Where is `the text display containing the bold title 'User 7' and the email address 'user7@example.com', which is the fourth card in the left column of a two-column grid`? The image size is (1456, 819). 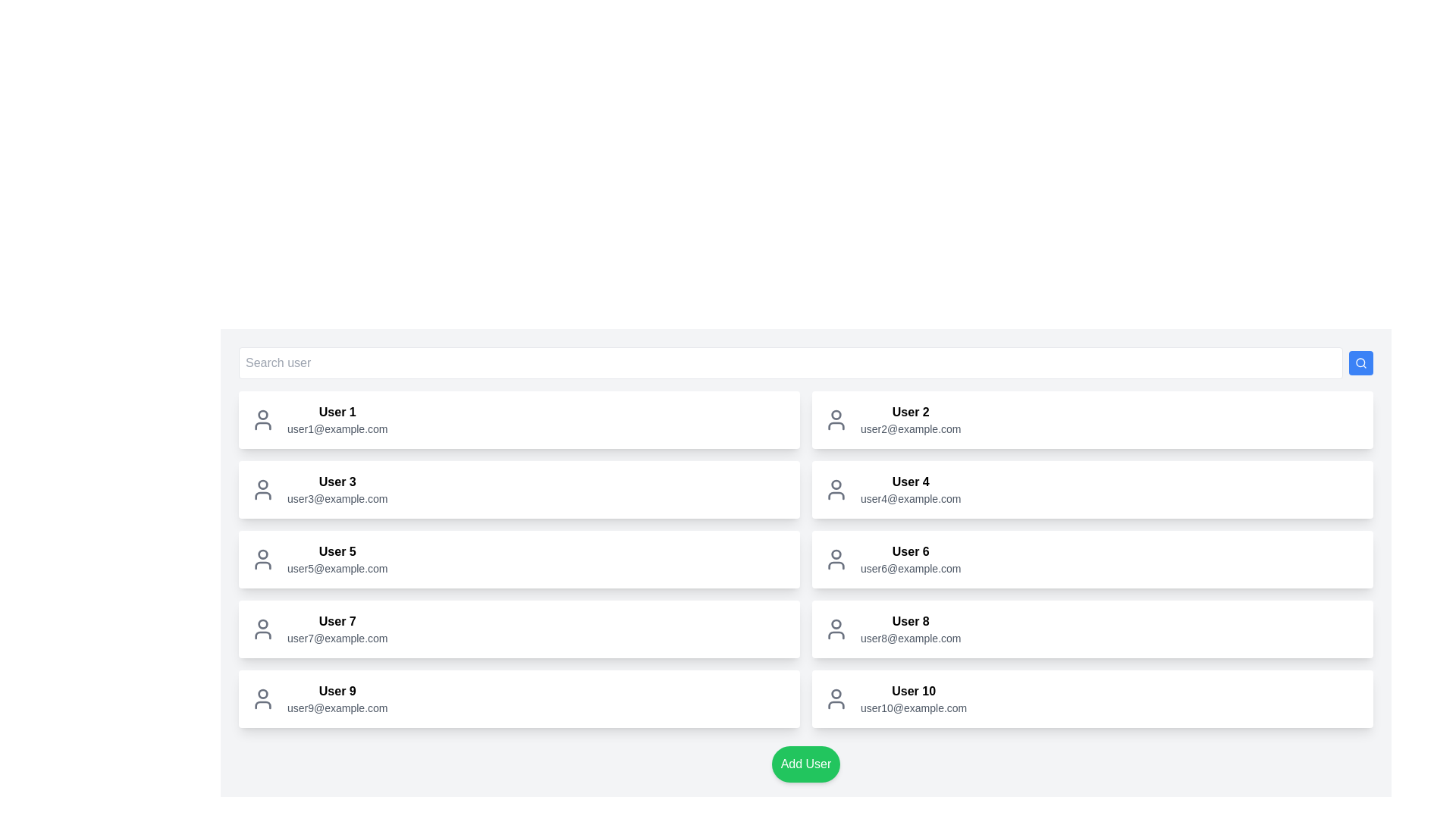
the text display containing the bold title 'User 7' and the email address 'user7@example.com', which is the fourth card in the left column of a two-column grid is located at coordinates (337, 629).